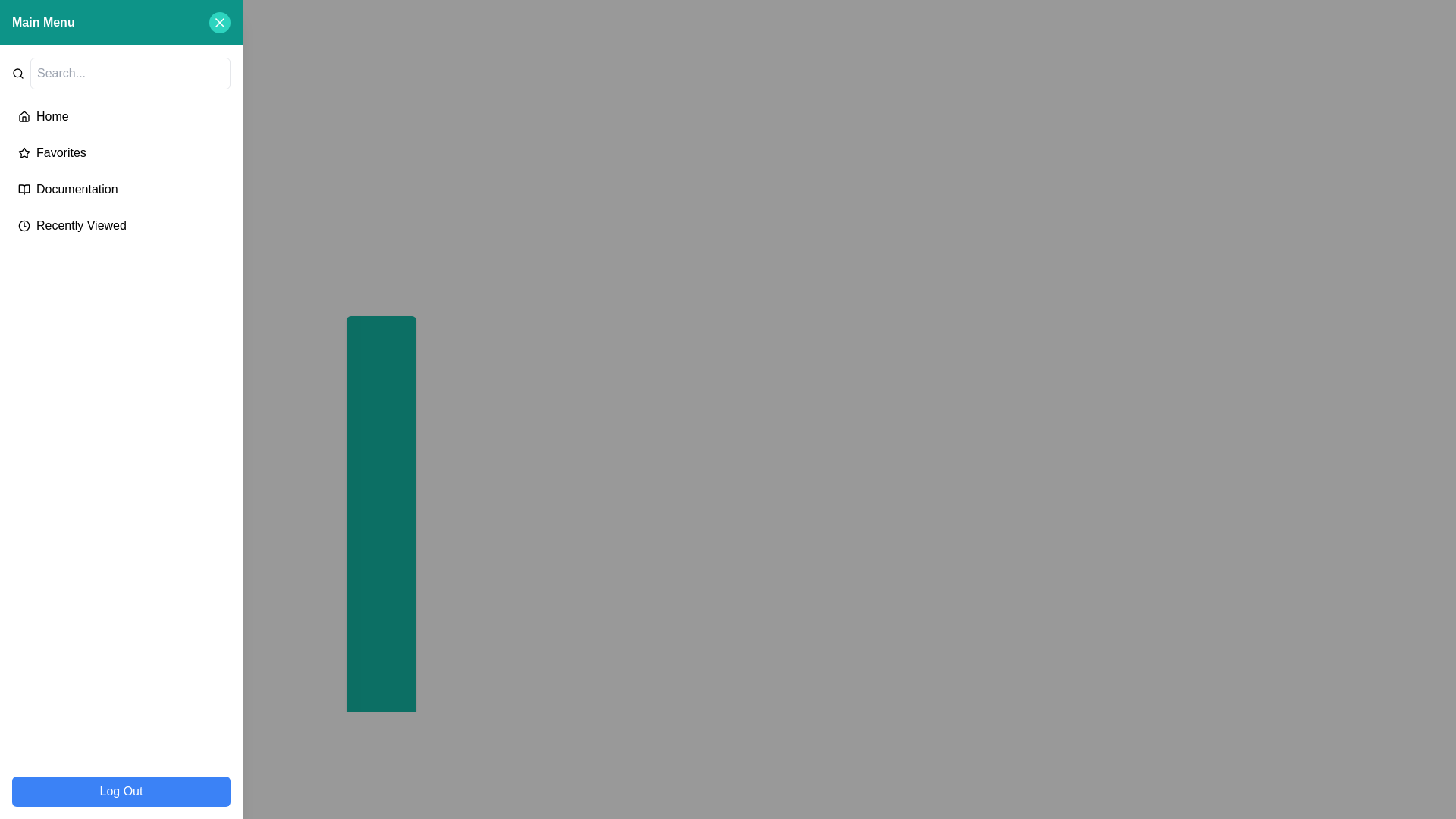 This screenshot has height=819, width=1456. I want to click on the open book icon located in the menu section next to the 'Documentation' label, so click(24, 189).